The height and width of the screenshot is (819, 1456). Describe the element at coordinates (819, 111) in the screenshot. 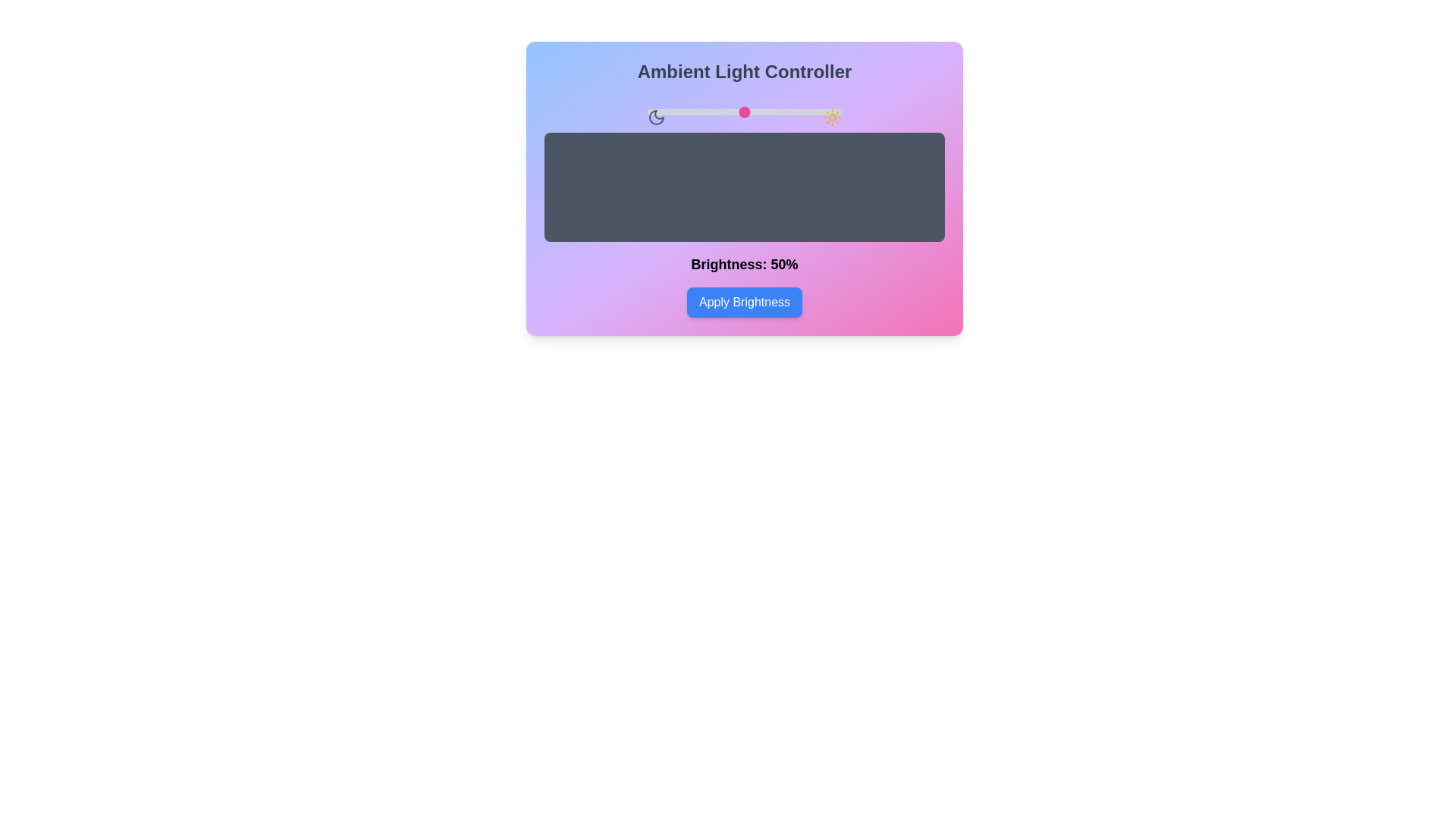

I see `the brightness slider to 89% to observe the change in the preview area` at that location.